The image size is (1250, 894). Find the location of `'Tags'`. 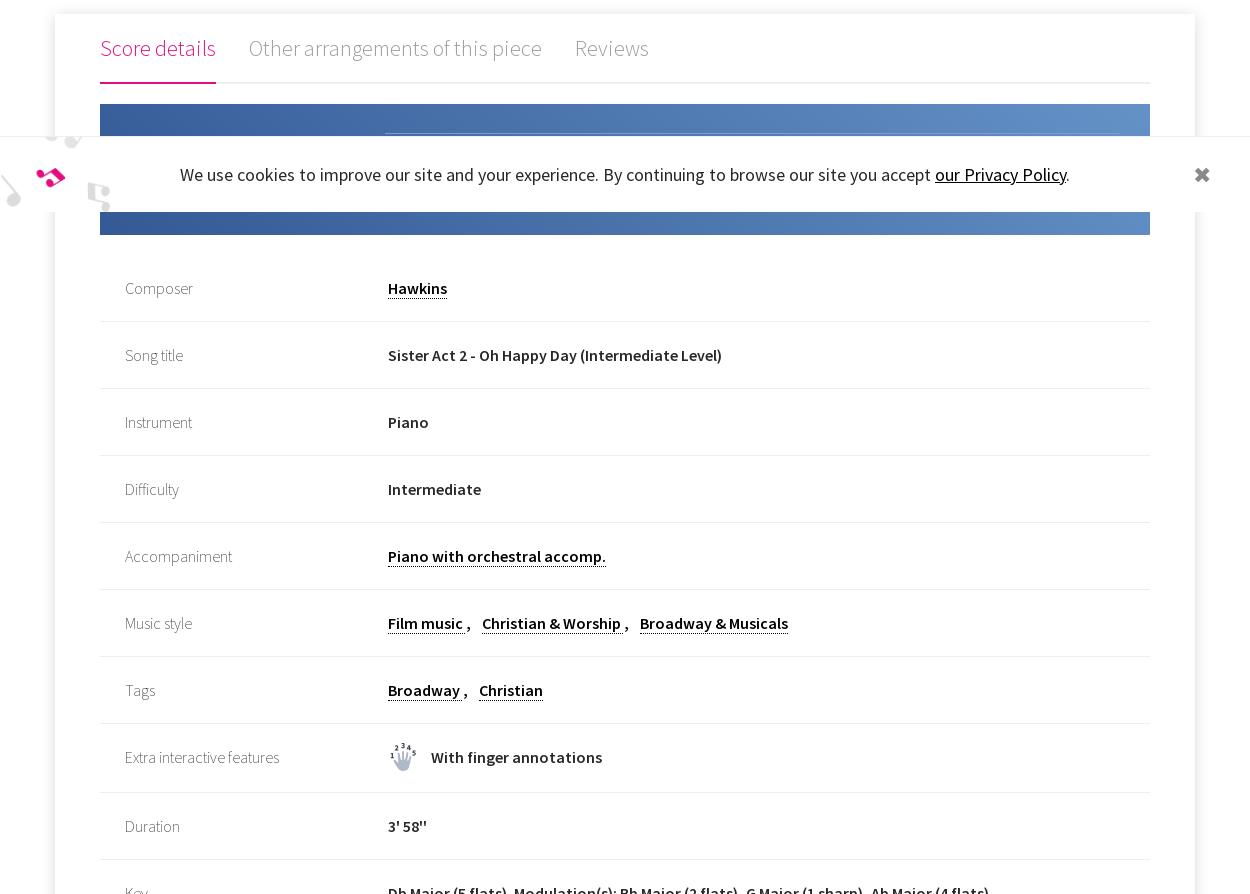

'Tags' is located at coordinates (140, 688).